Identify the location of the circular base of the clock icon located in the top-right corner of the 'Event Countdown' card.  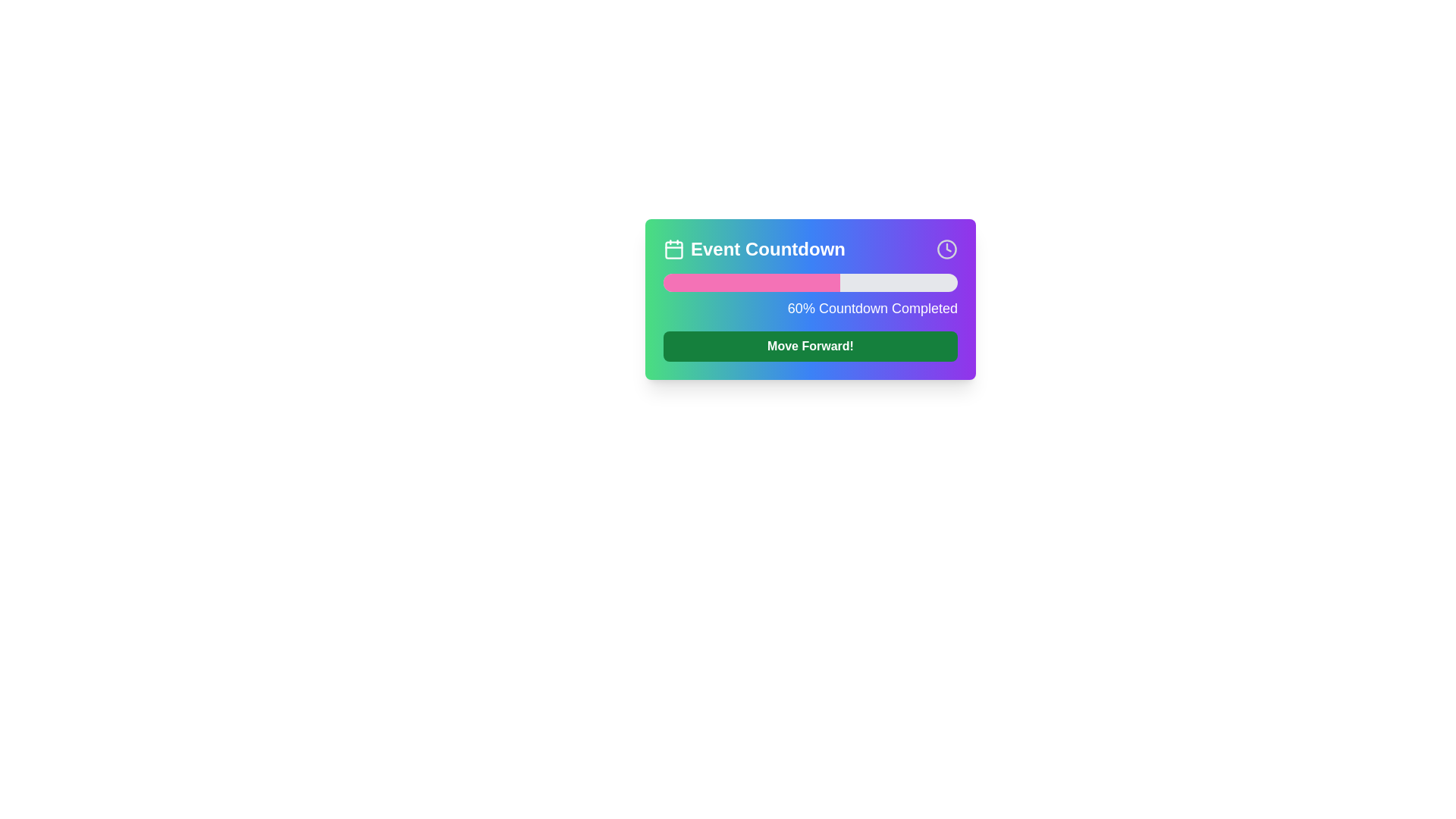
(946, 248).